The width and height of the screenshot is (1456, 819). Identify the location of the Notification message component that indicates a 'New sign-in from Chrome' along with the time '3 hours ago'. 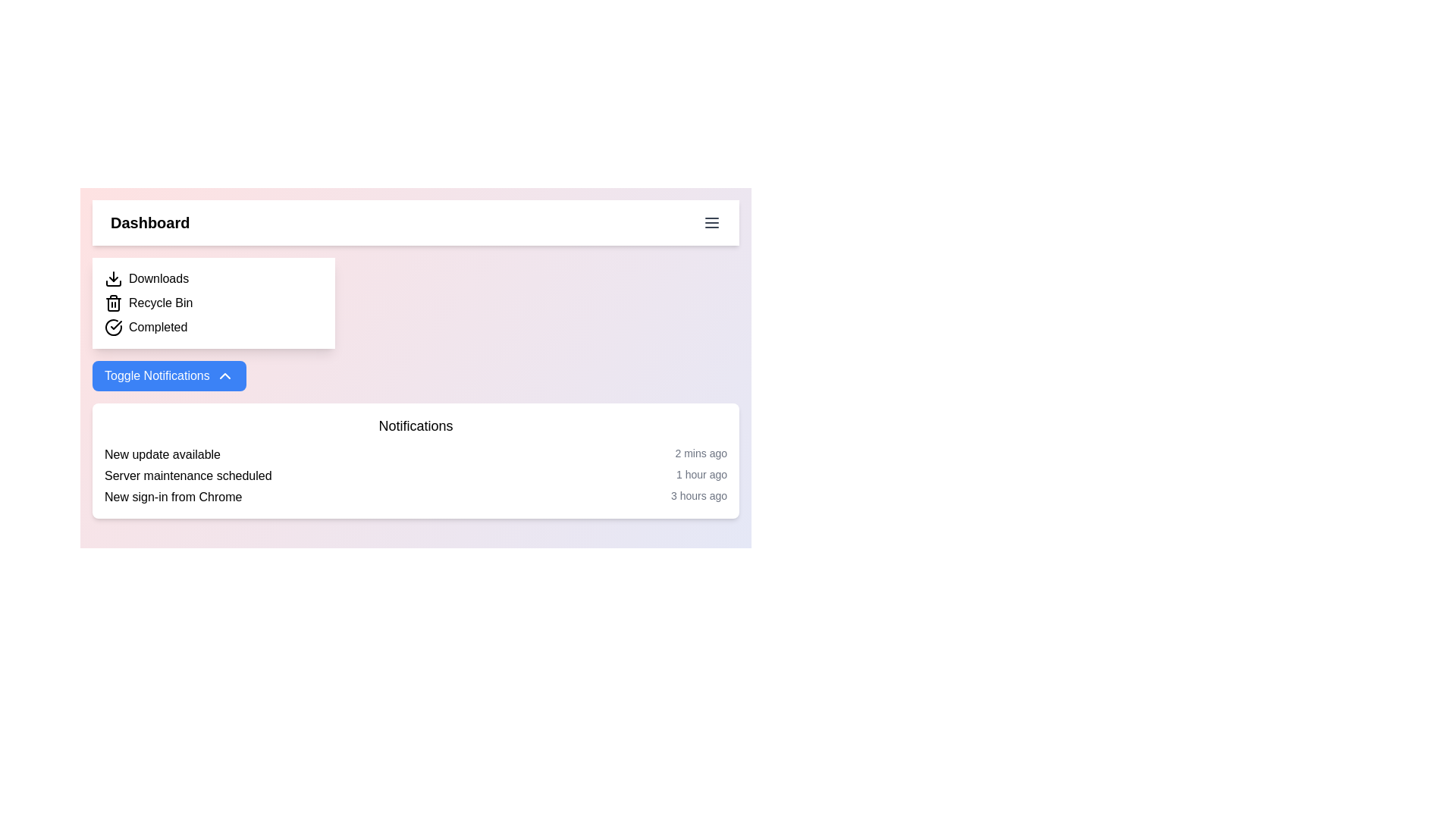
(416, 497).